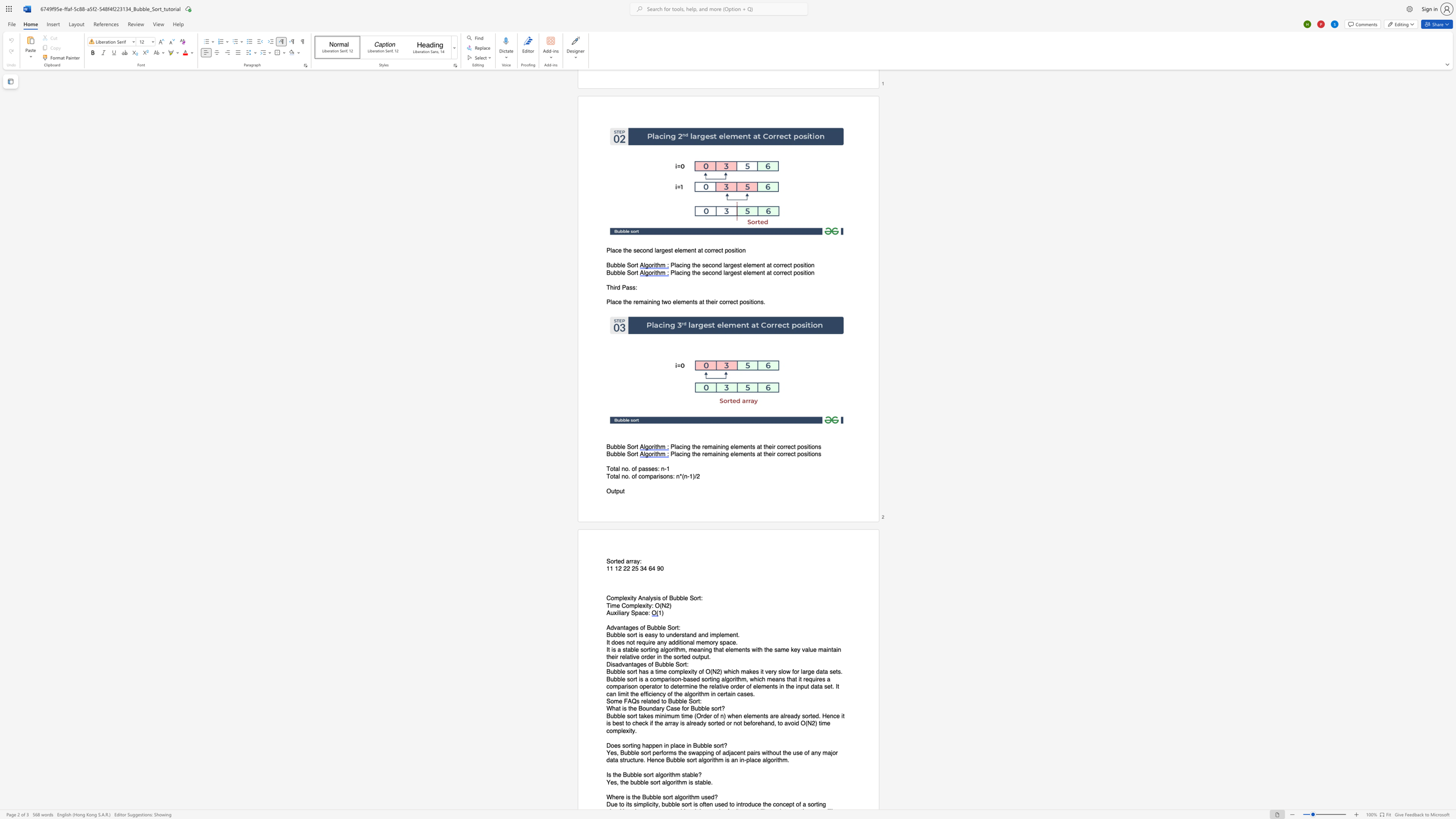  Describe the element at coordinates (832, 671) in the screenshot. I see `the space between the continuous character "s" and "e" in the text` at that location.